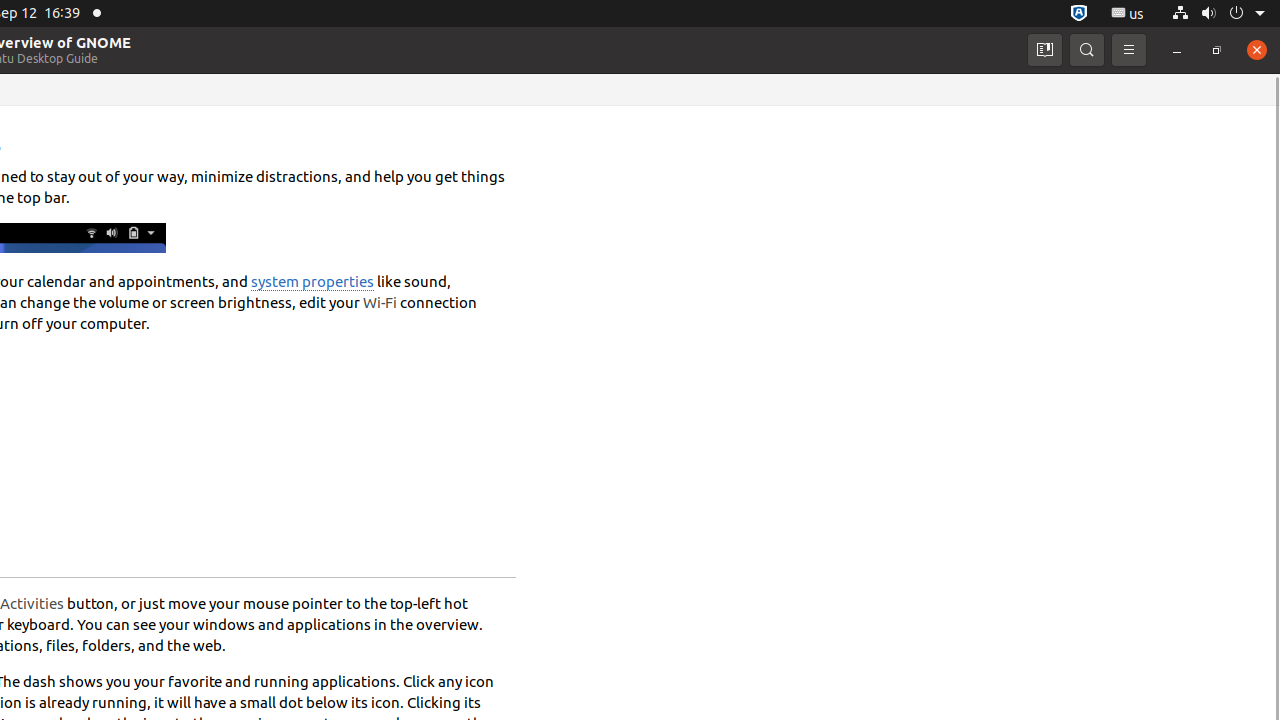 The image size is (1280, 720). Describe the element at coordinates (1255, 48) in the screenshot. I see `'Close'` at that location.